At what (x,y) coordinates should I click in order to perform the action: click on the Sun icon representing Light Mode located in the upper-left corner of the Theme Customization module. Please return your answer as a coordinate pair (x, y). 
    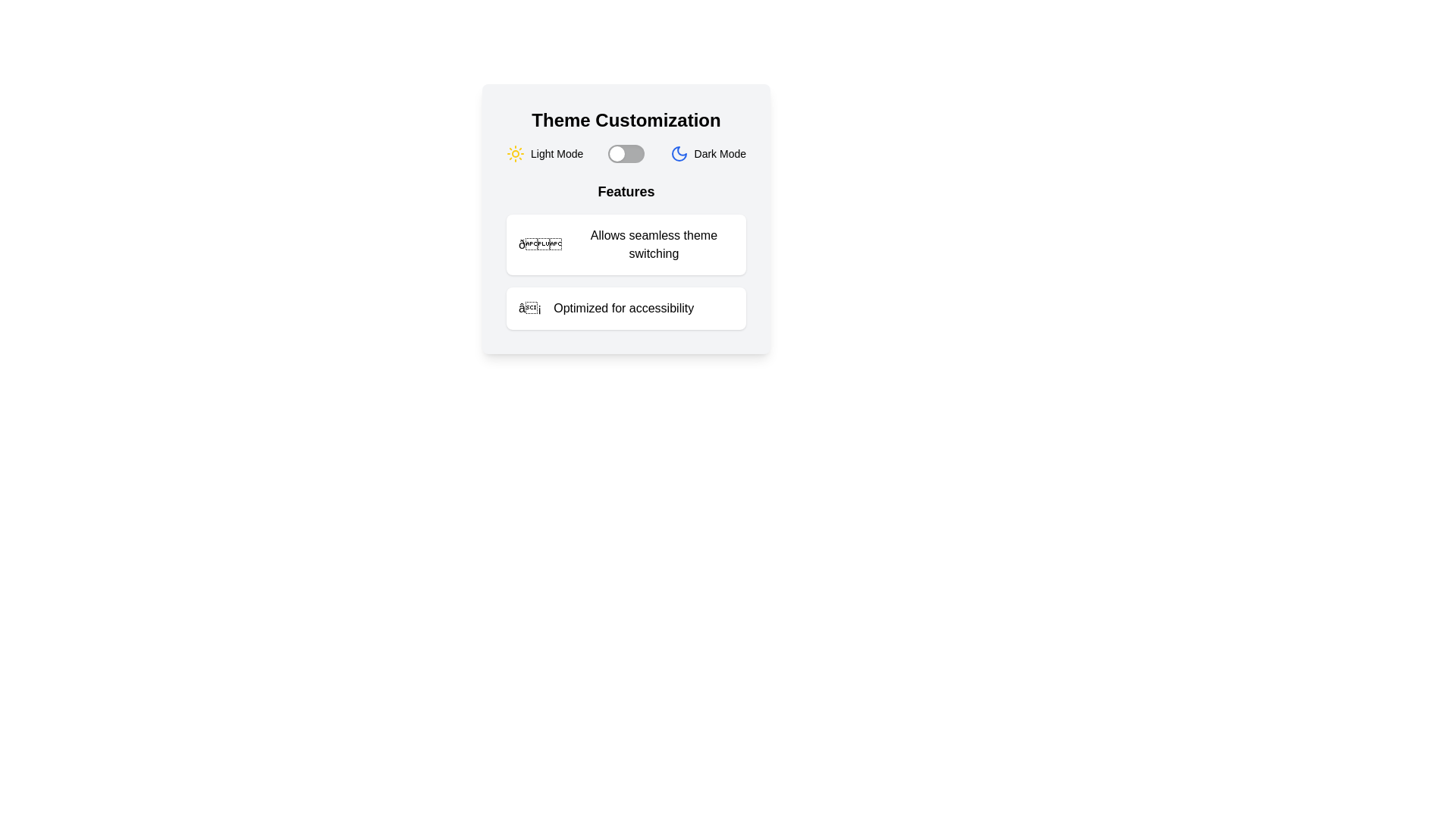
    Looking at the image, I should click on (516, 154).